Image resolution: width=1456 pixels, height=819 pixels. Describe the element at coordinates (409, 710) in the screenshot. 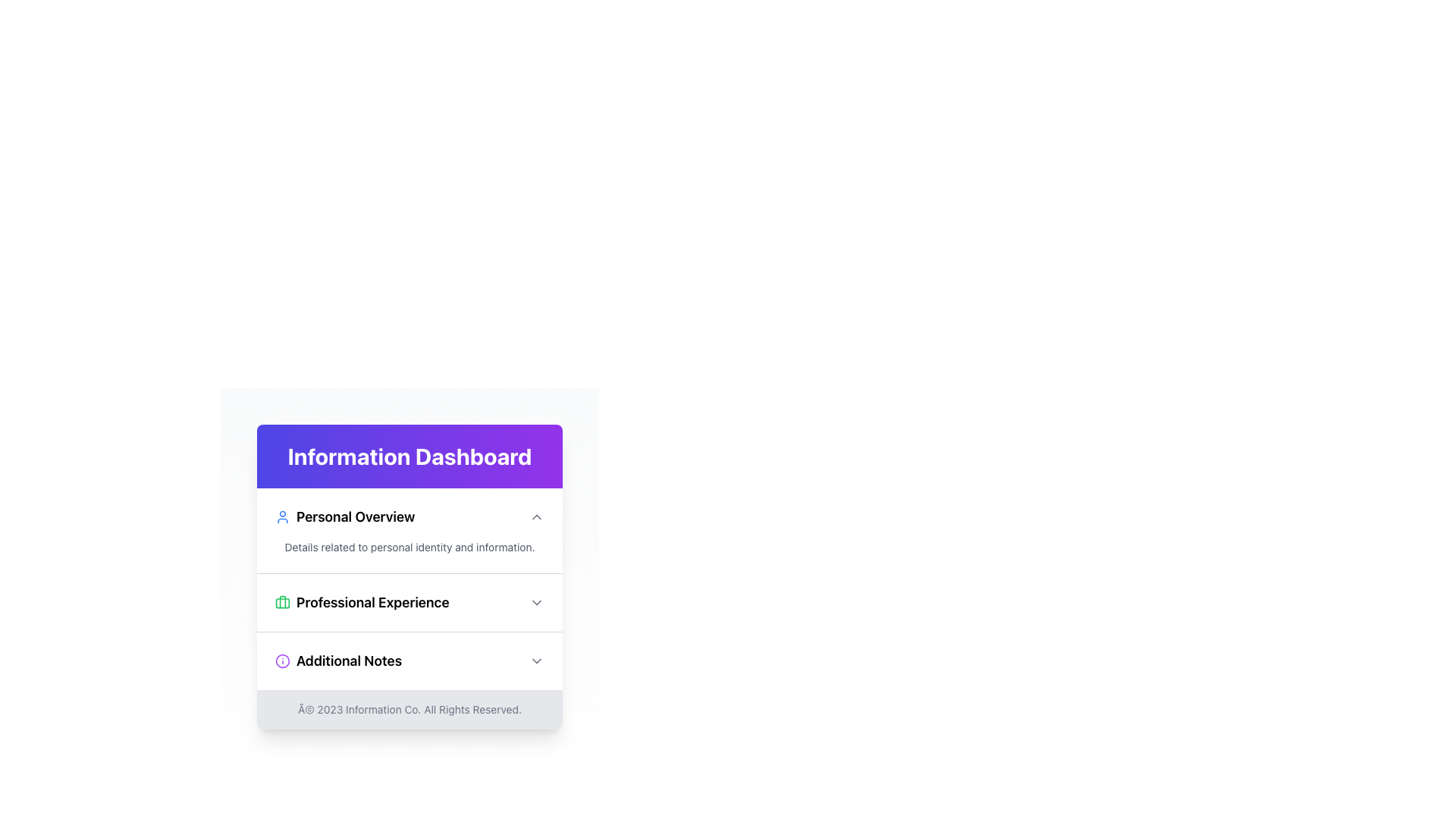

I see `the copyright notice text 'Â© 2023 Information Co. All Rights Reserved.' displayed in gray at the bottom of the interface` at that location.